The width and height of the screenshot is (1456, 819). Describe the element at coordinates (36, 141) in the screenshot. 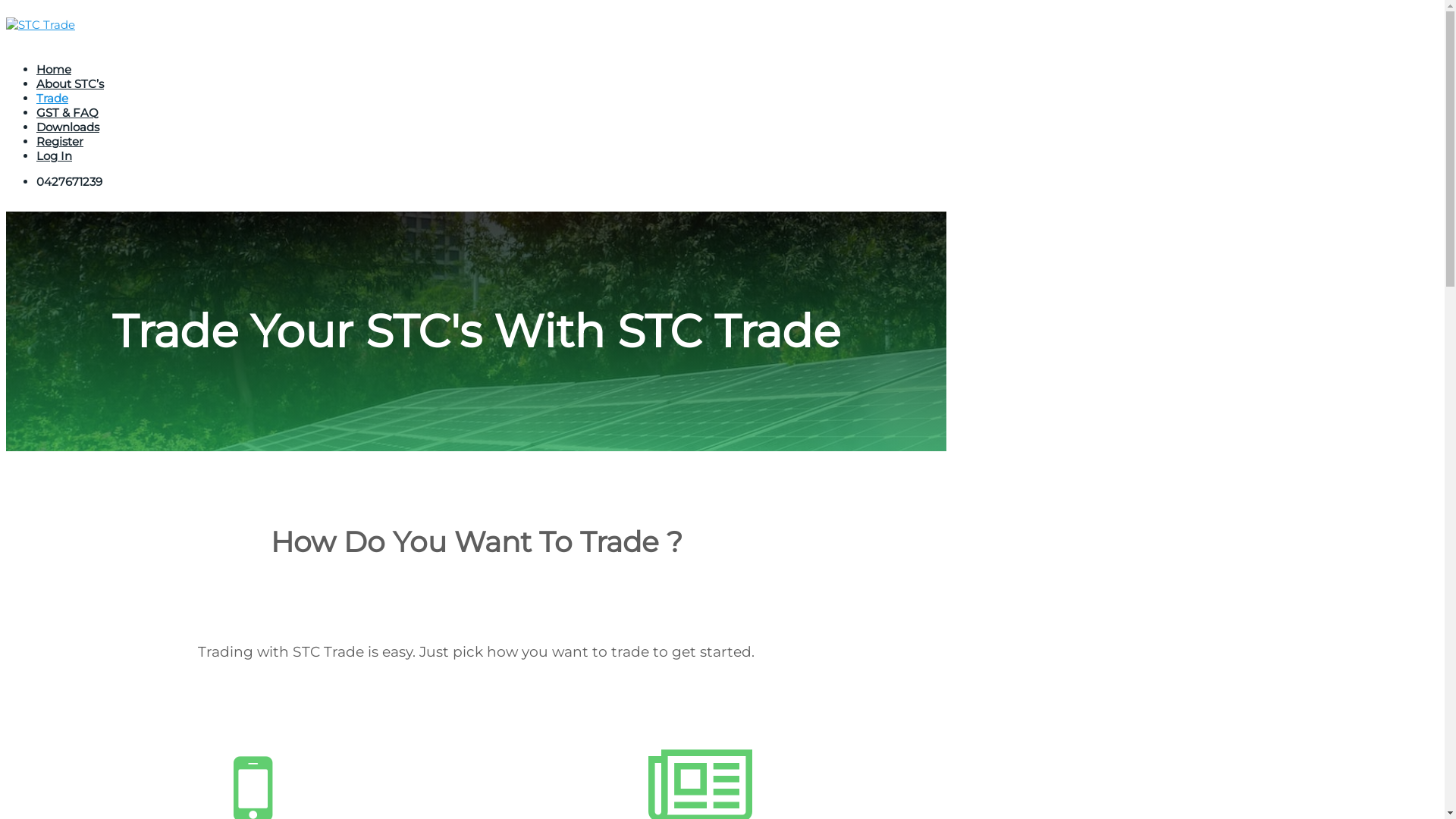

I see `'Register'` at that location.